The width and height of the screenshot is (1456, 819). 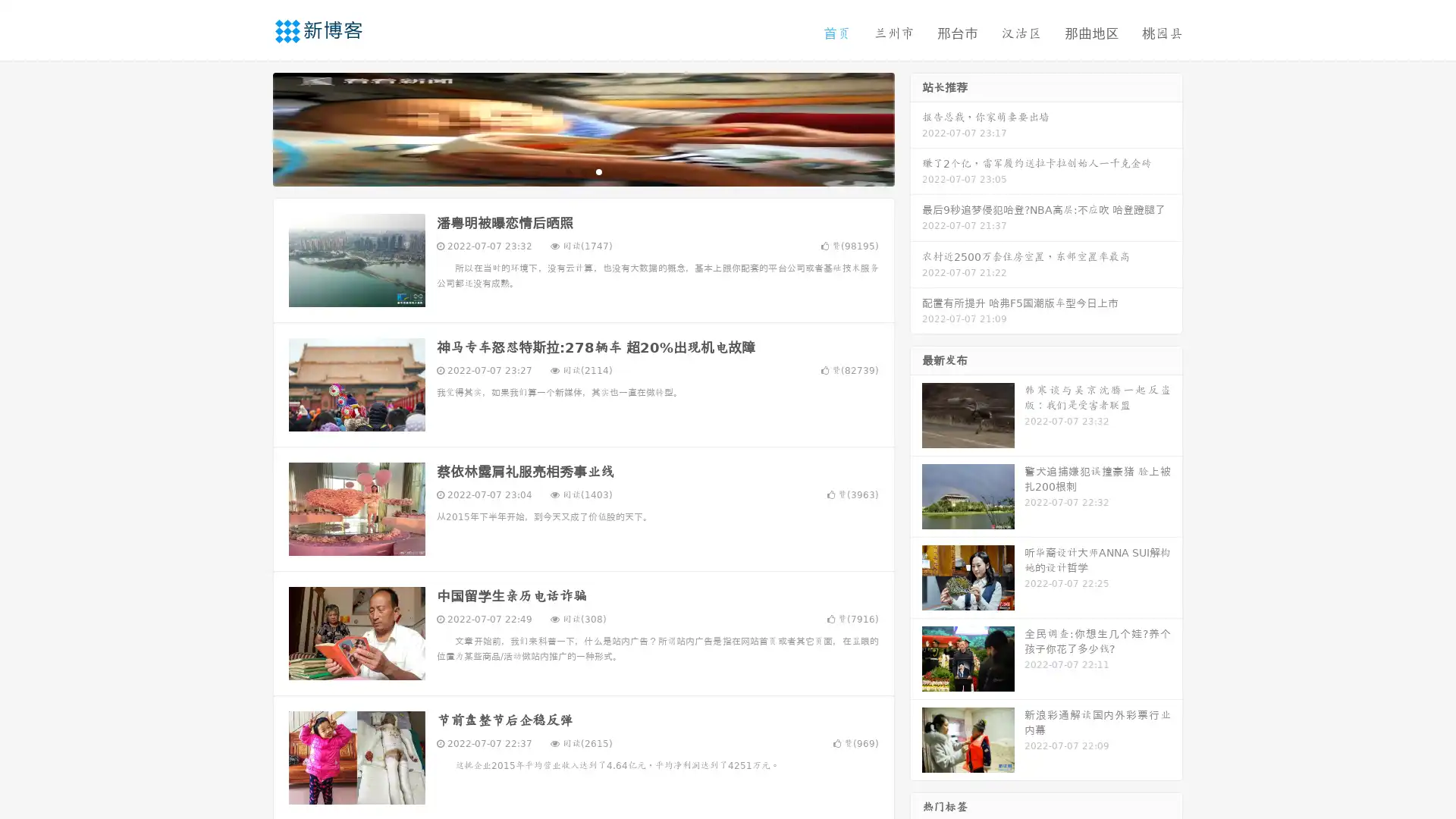 What do you see at coordinates (582, 171) in the screenshot?
I see `Go to slide 2` at bounding box center [582, 171].